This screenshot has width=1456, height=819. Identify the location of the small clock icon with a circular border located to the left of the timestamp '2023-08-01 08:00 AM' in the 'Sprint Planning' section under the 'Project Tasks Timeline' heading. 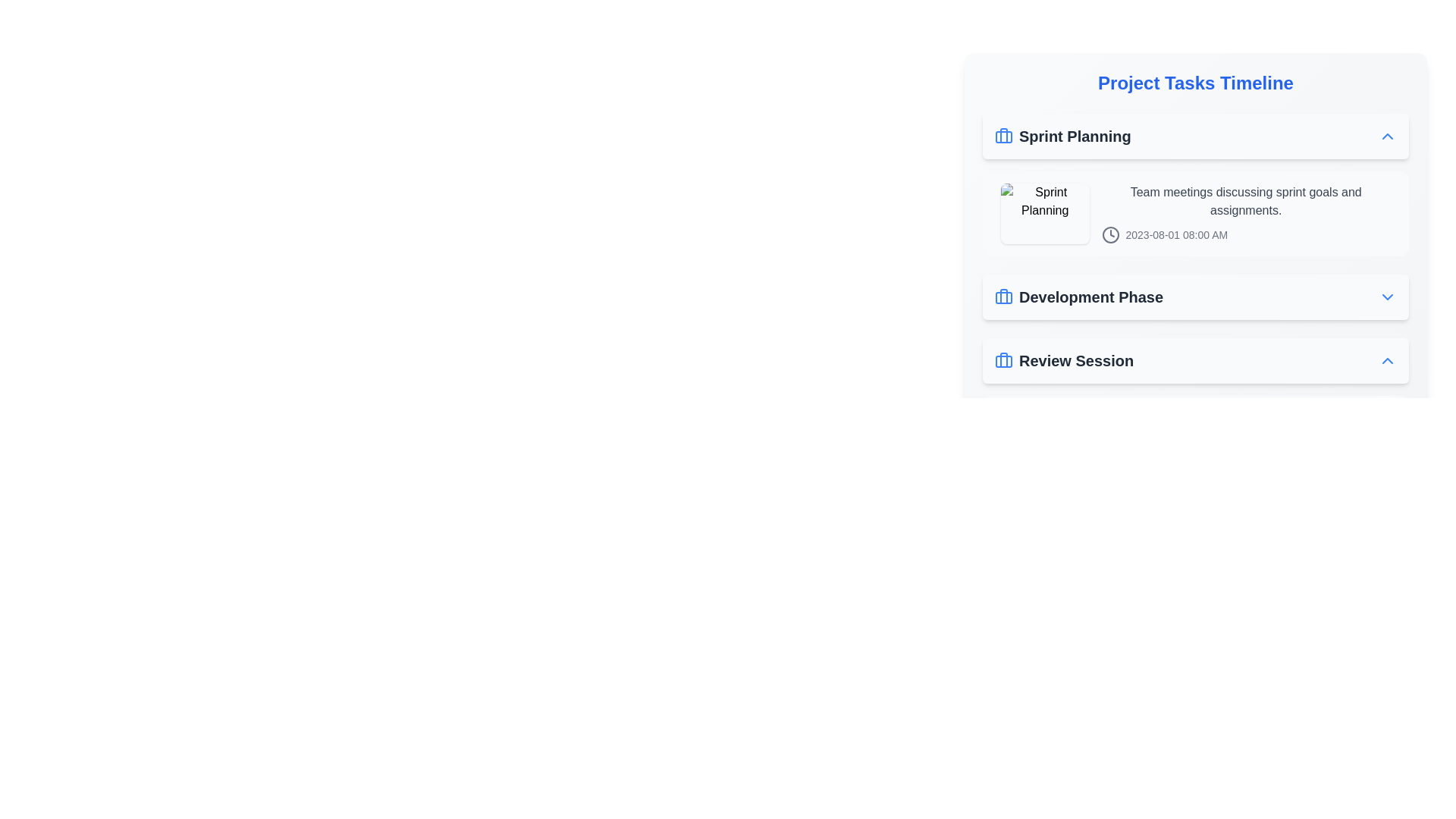
(1110, 234).